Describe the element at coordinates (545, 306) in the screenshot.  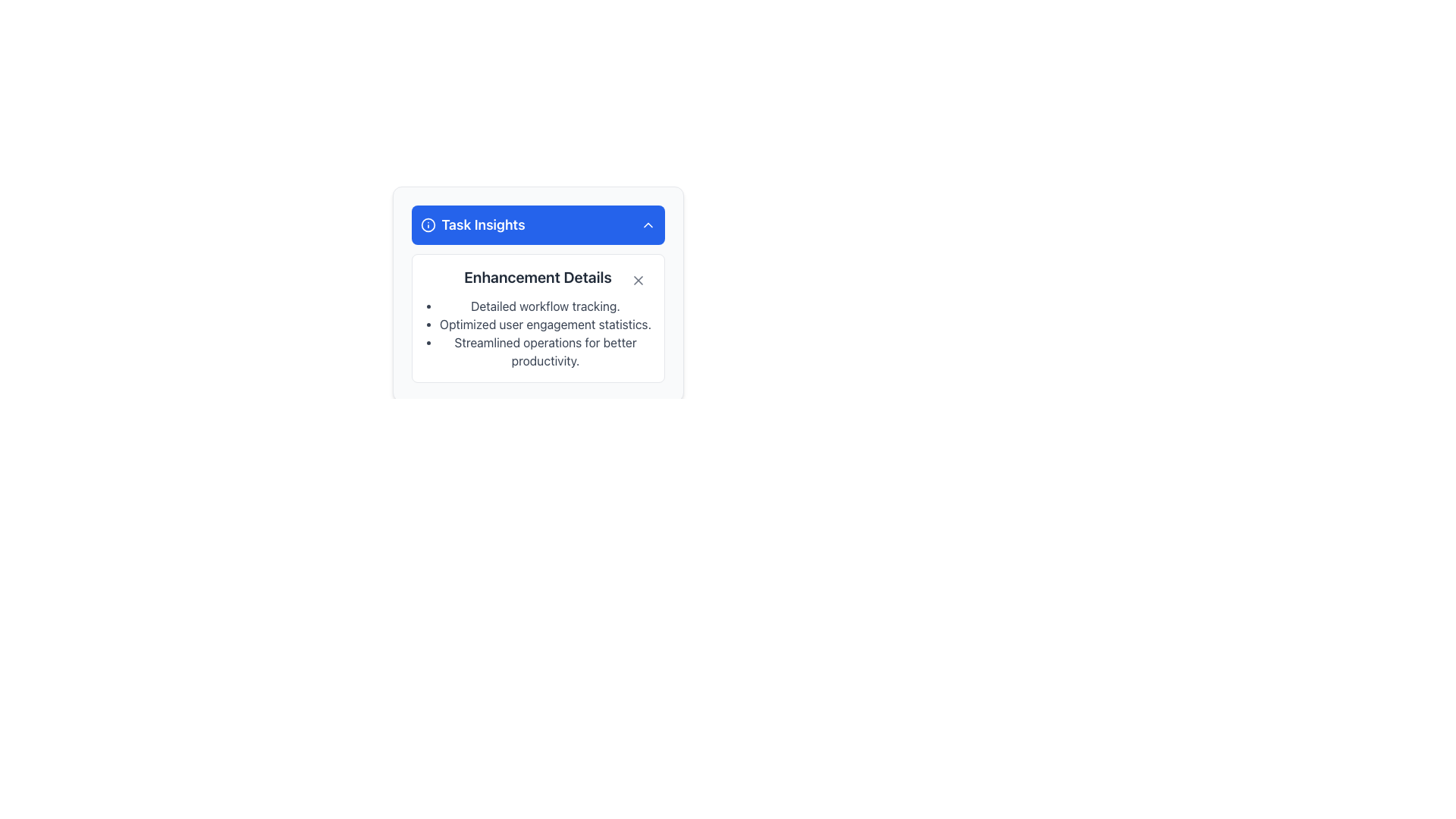
I see `the textual content 'Detailed workflow tracking.' which is the first item in a bullet list under the heading 'Enhancement Details.'` at that location.